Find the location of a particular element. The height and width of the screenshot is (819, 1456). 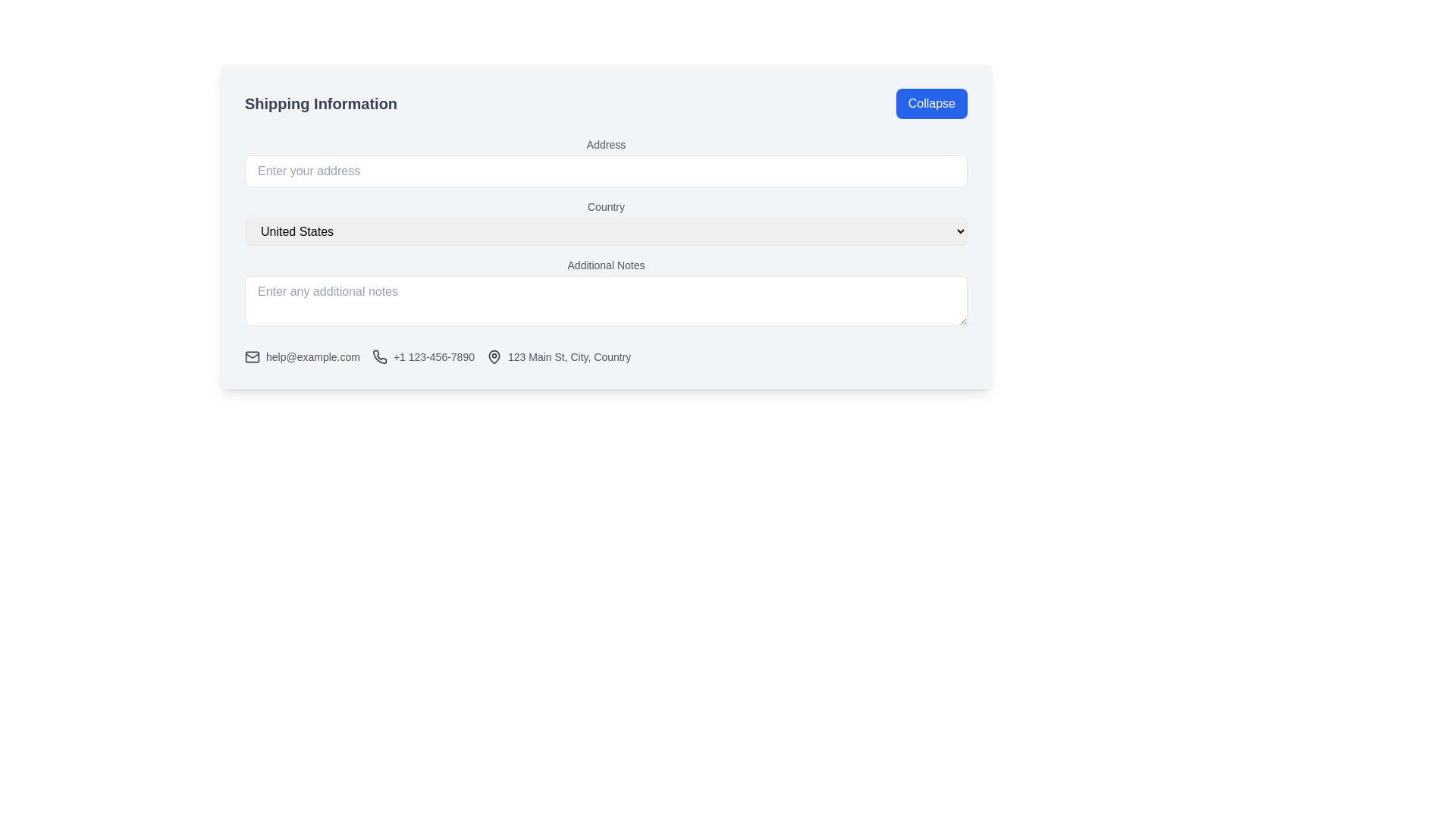

the 'Country' dropdown menu displaying 'United States' is located at coordinates (605, 222).